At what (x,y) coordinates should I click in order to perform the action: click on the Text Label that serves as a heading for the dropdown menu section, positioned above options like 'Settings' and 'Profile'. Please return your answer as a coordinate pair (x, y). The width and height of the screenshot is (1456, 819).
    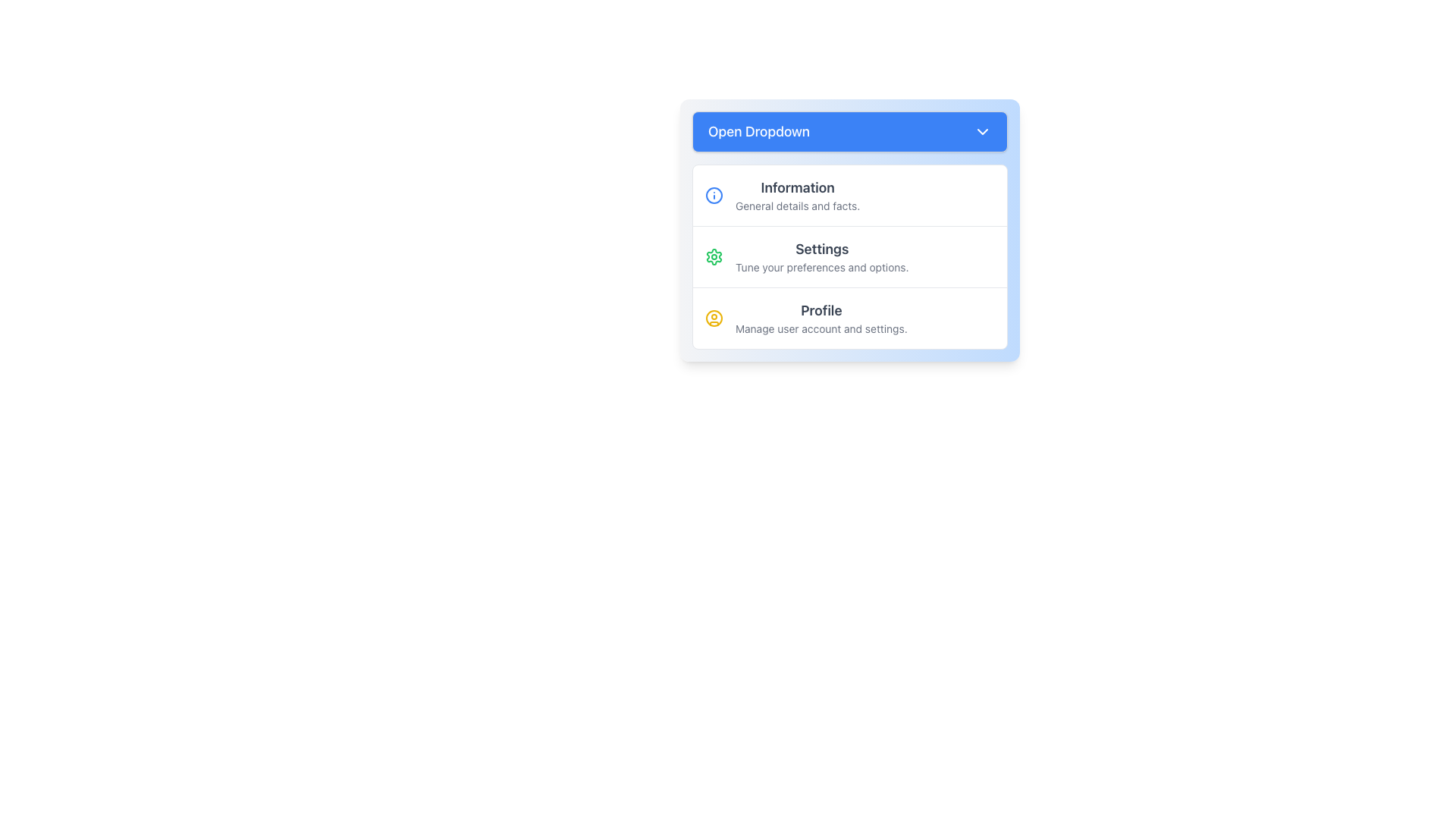
    Looking at the image, I should click on (797, 187).